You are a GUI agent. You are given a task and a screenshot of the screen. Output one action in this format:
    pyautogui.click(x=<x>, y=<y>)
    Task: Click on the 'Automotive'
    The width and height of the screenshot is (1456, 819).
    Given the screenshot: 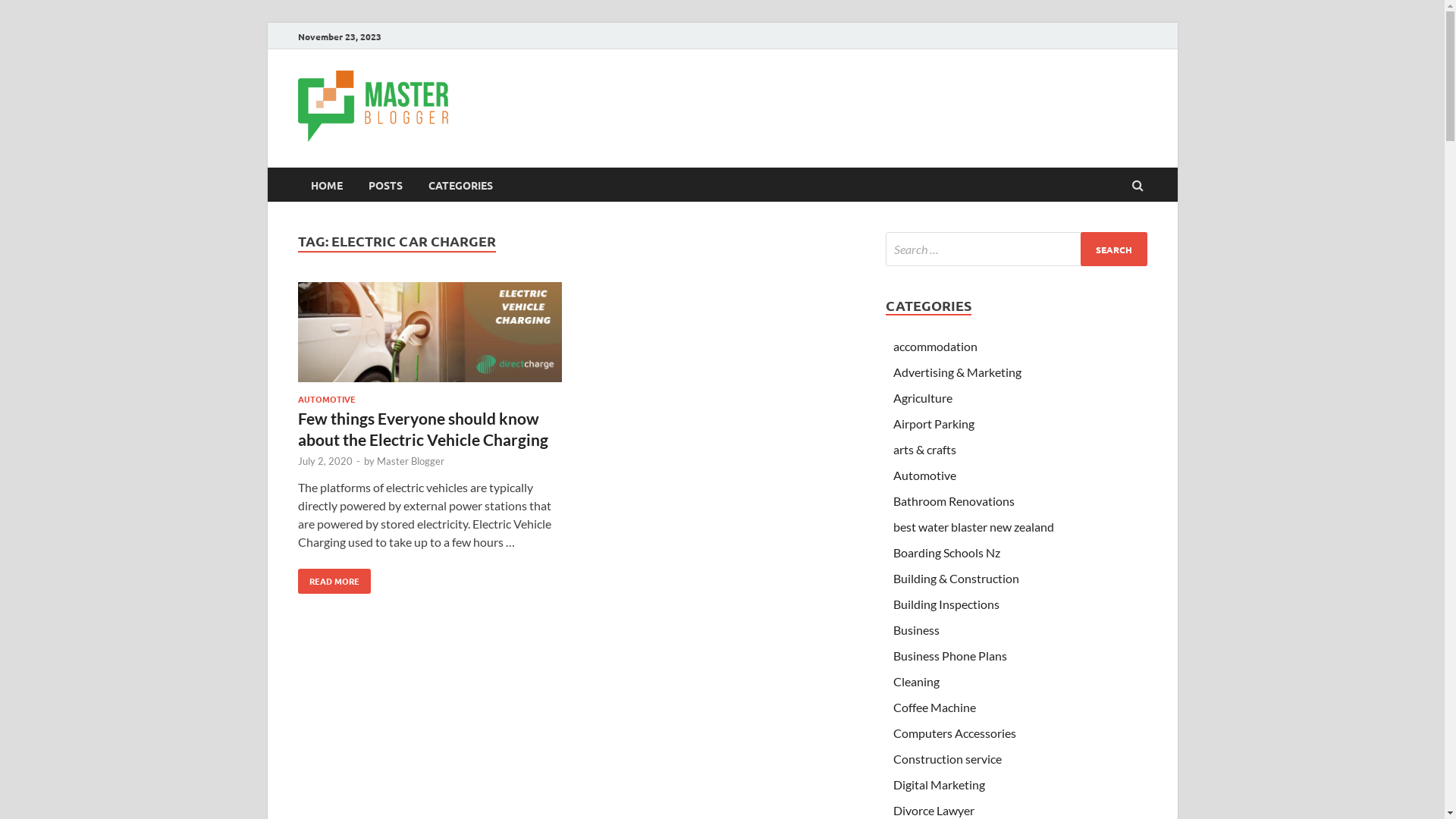 What is the action you would take?
    pyautogui.click(x=924, y=474)
    